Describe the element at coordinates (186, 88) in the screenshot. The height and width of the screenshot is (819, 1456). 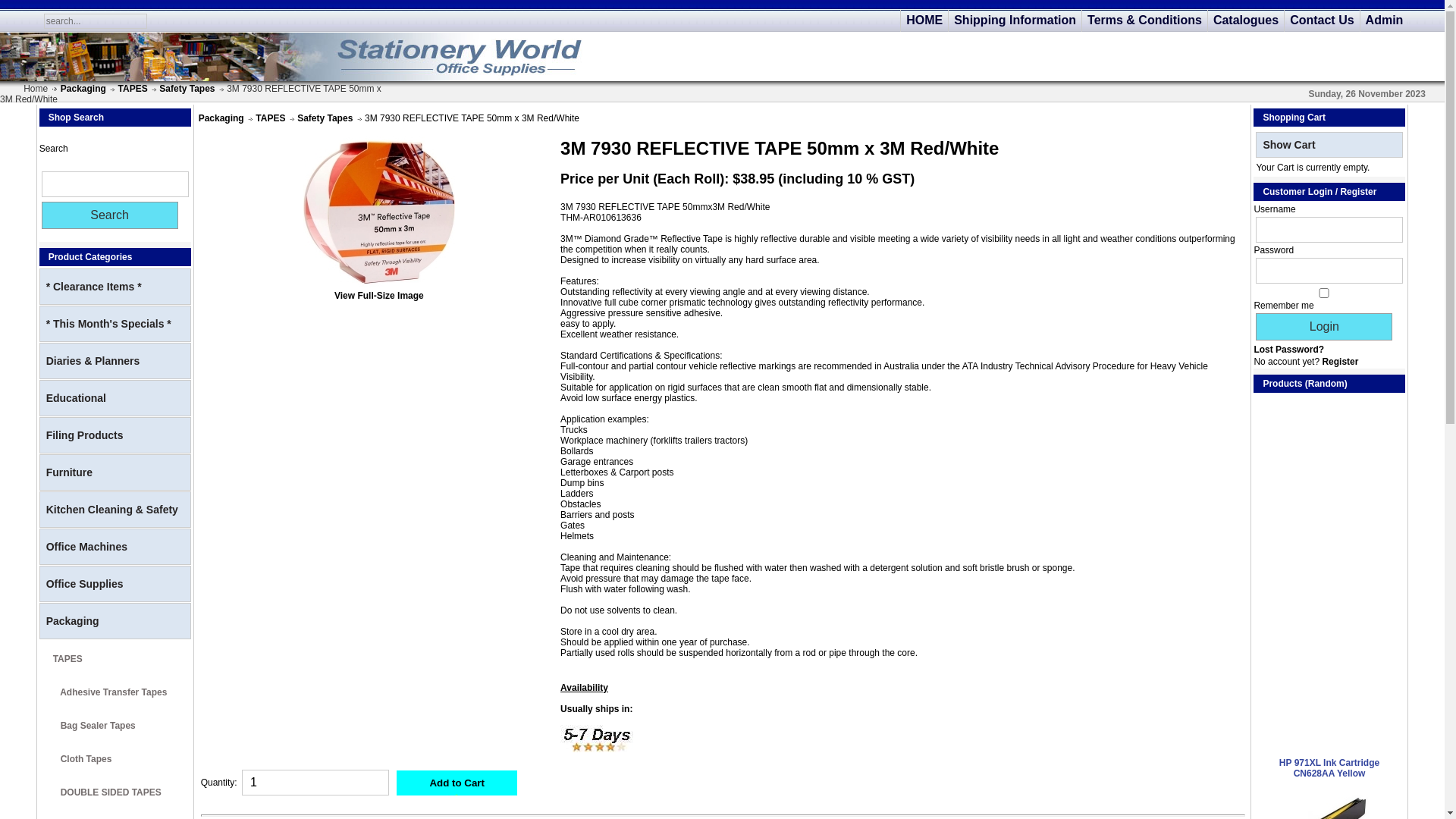
I see `'Safety Tapes'` at that location.